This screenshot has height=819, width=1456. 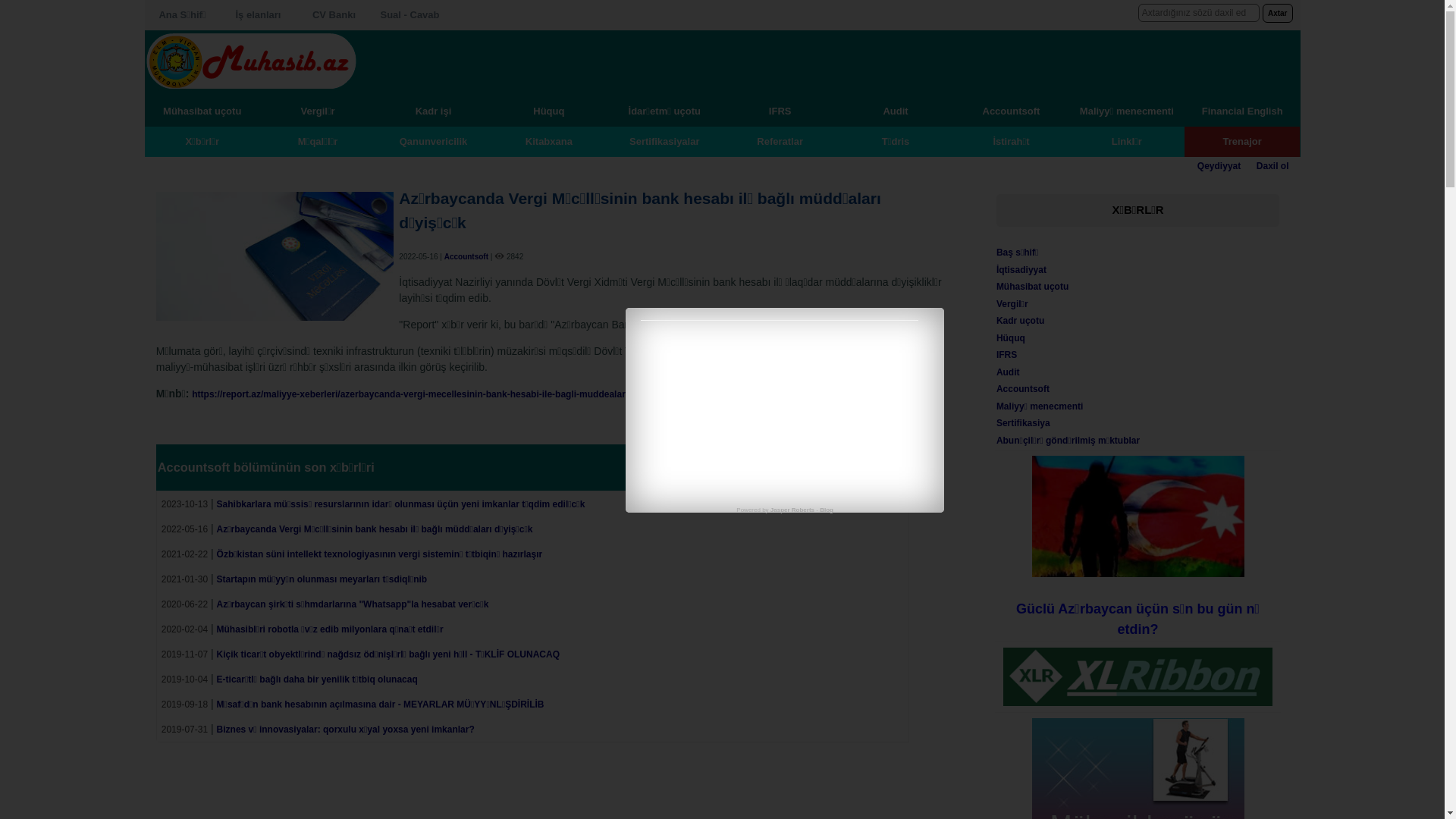 What do you see at coordinates (996, 354) in the screenshot?
I see `'IFRS'` at bounding box center [996, 354].